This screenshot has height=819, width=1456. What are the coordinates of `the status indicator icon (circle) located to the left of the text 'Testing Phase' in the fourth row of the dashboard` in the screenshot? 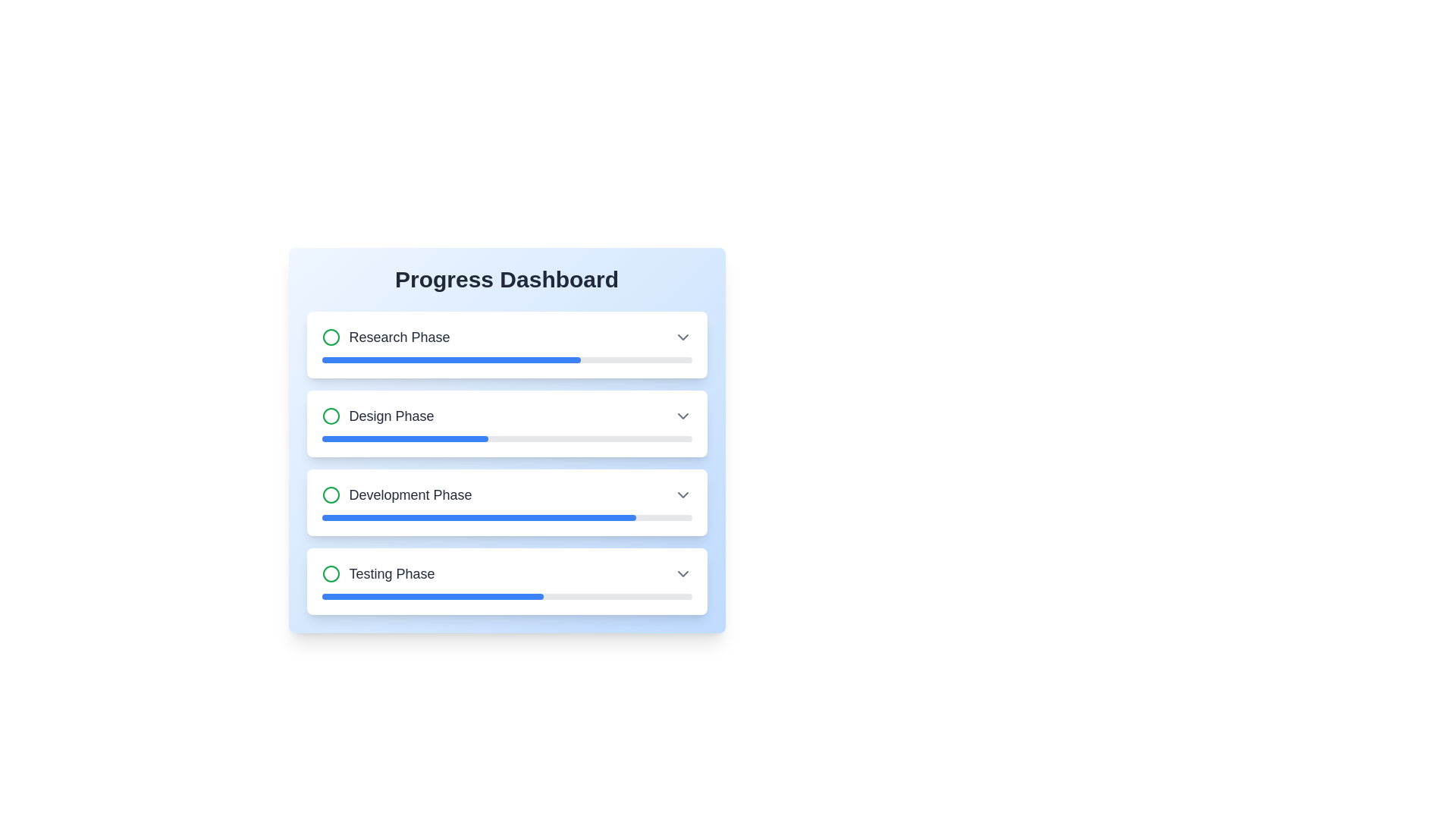 It's located at (330, 573).